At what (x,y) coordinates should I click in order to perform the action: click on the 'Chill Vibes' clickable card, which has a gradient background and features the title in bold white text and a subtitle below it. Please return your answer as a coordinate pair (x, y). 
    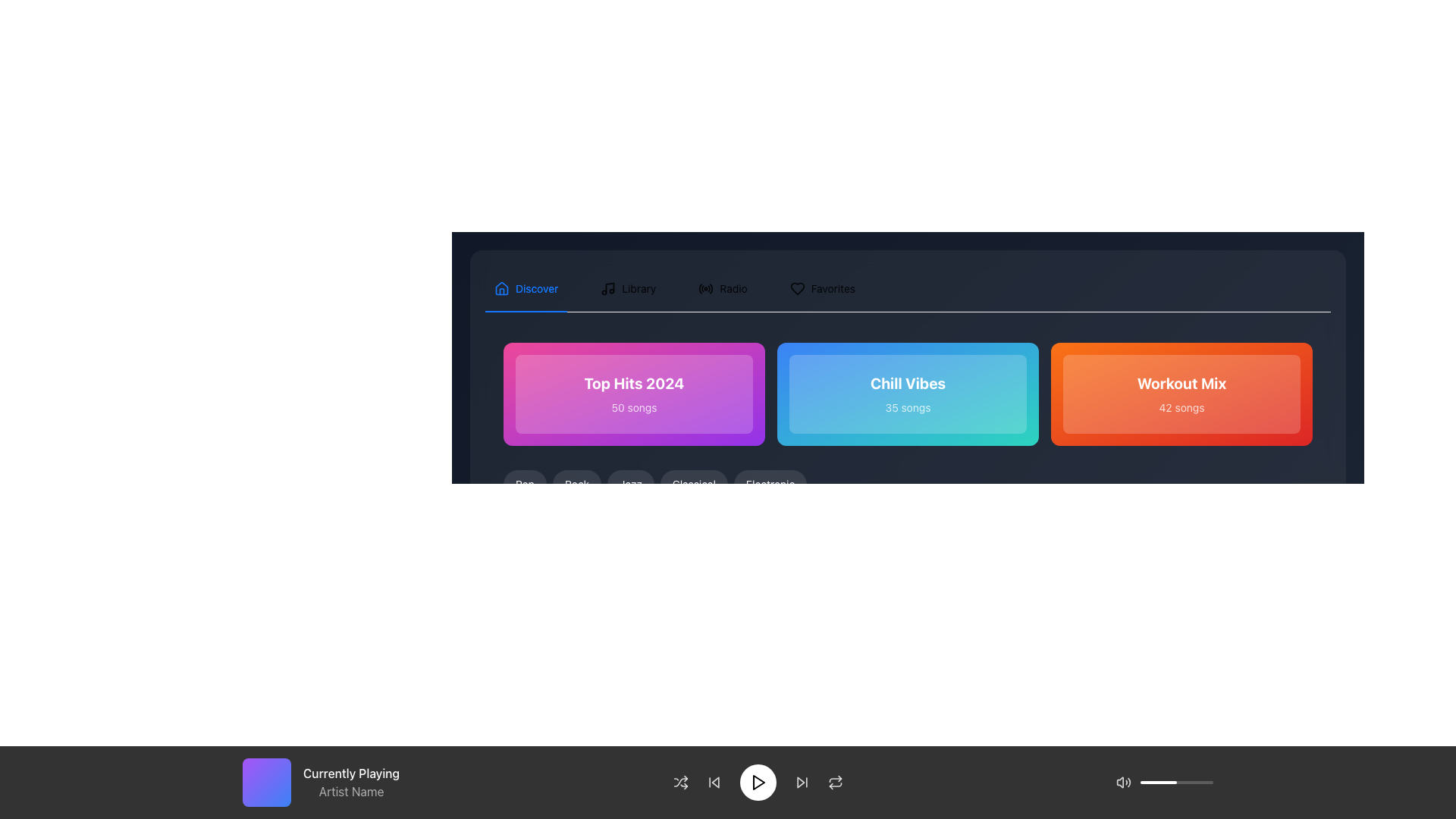
    Looking at the image, I should click on (908, 394).